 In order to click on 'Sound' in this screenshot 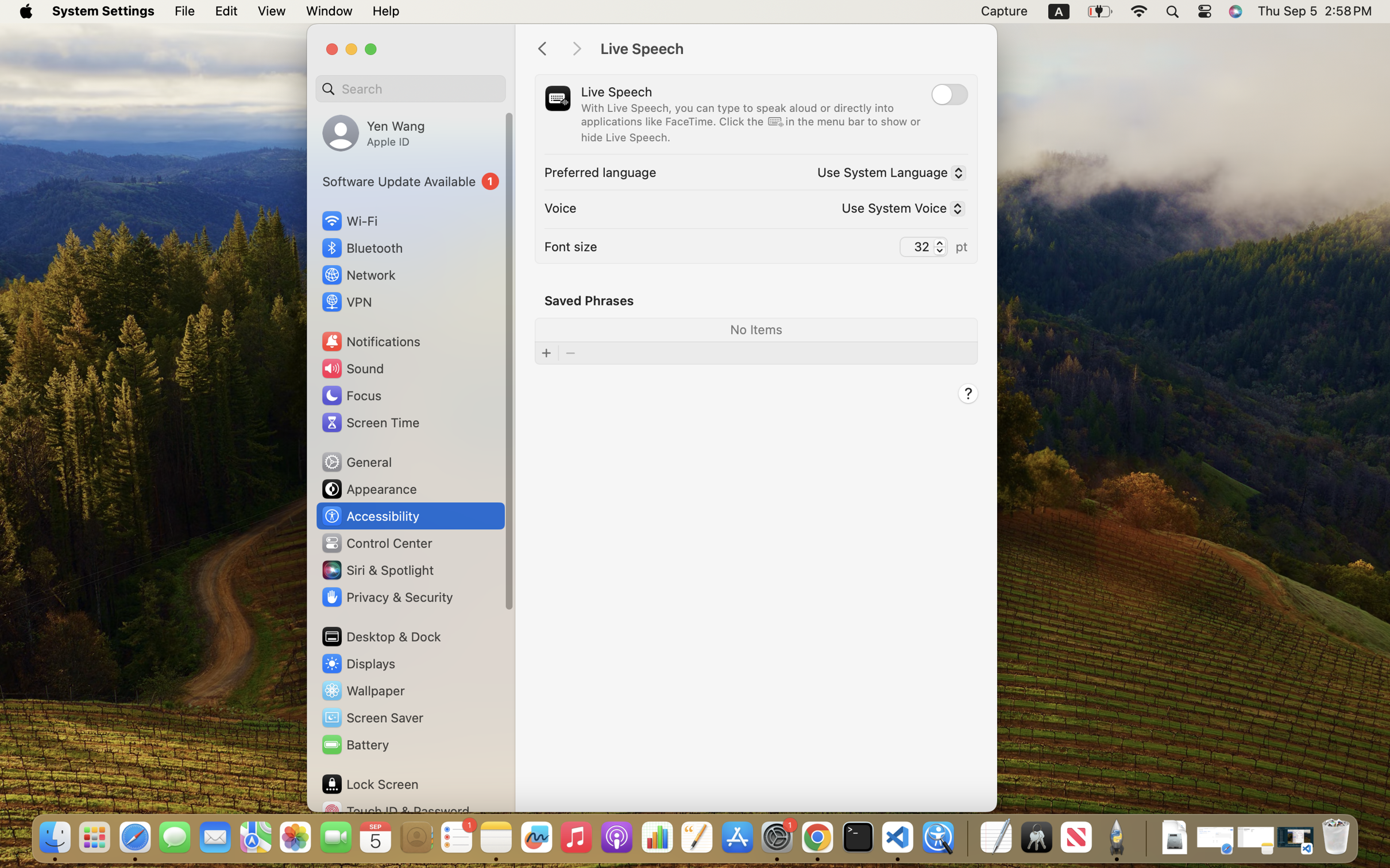, I will do `click(352, 367)`.